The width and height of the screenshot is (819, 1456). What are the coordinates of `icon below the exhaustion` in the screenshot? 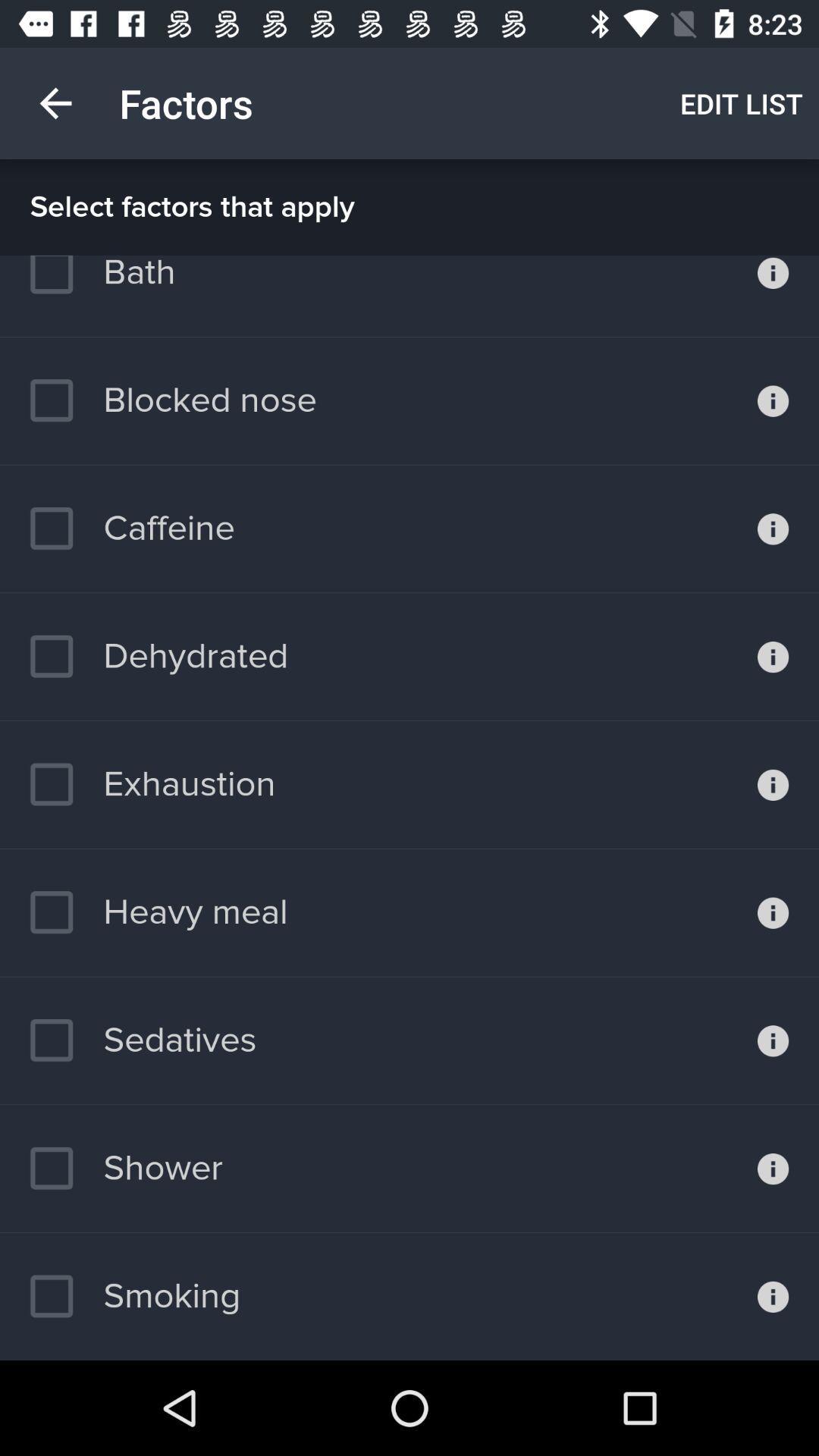 It's located at (158, 912).